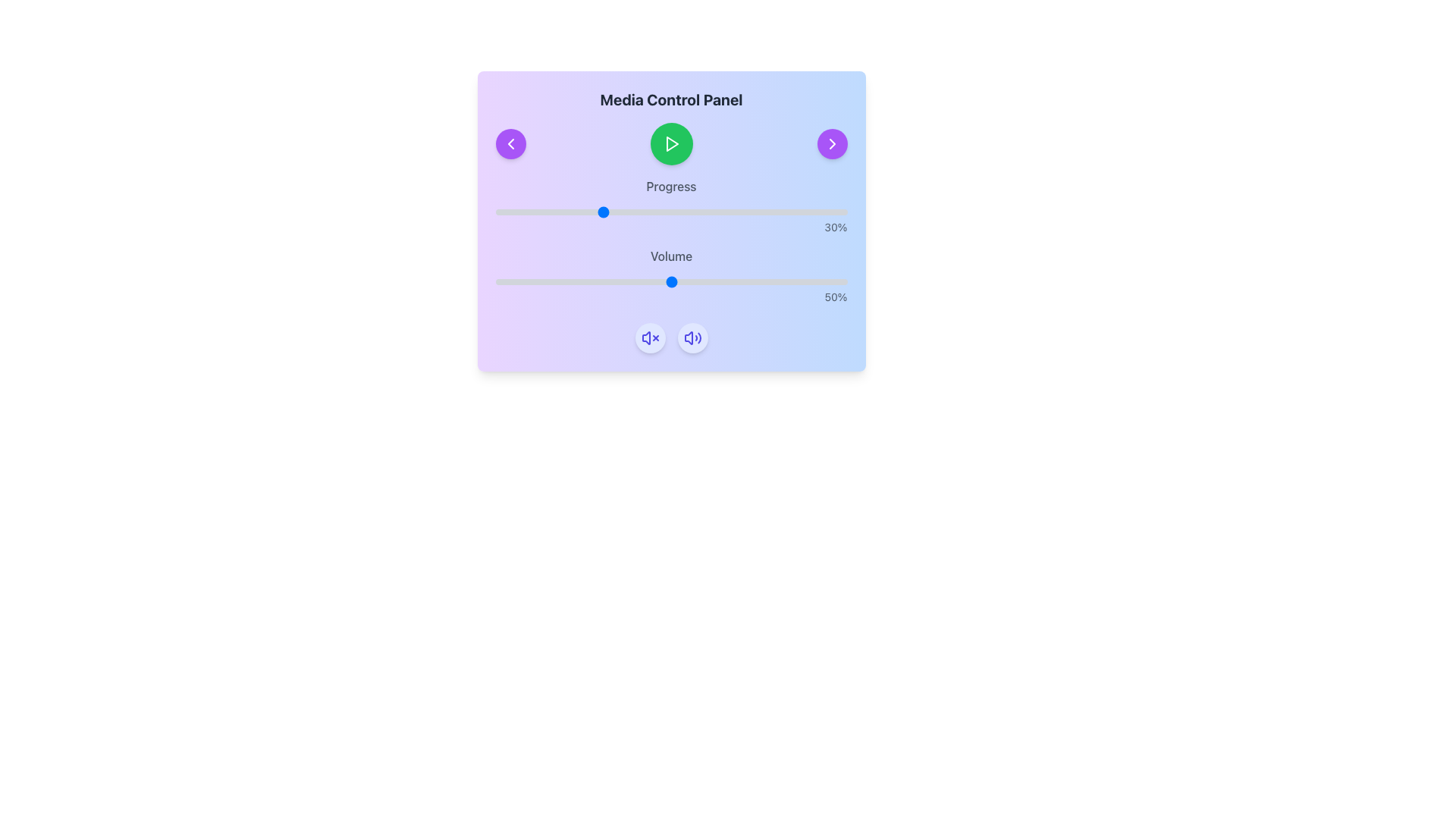  Describe the element at coordinates (818, 212) in the screenshot. I see `progress` at that location.